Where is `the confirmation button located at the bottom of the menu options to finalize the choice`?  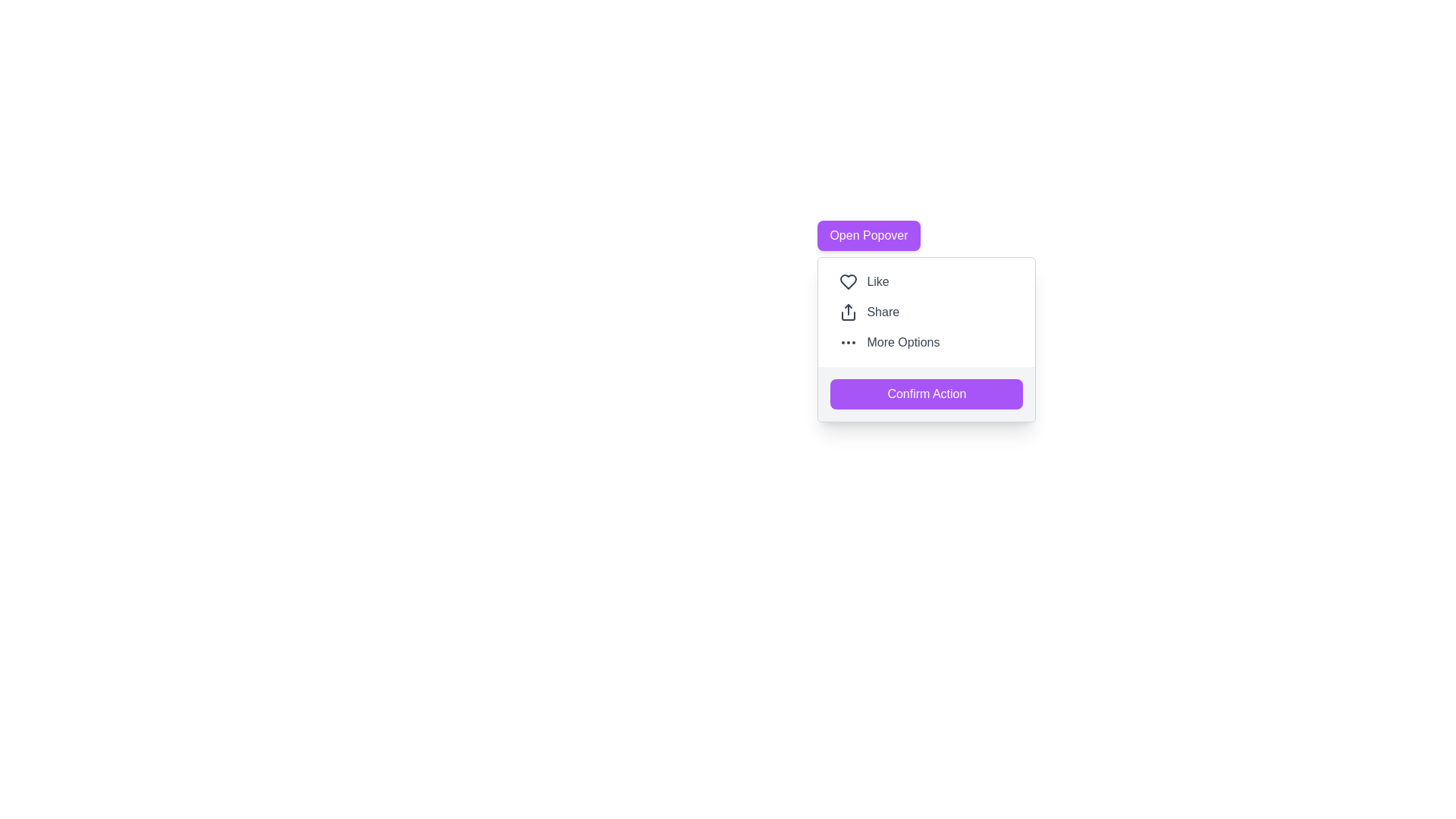
the confirmation button located at the bottom of the menu options to finalize the choice is located at coordinates (926, 394).